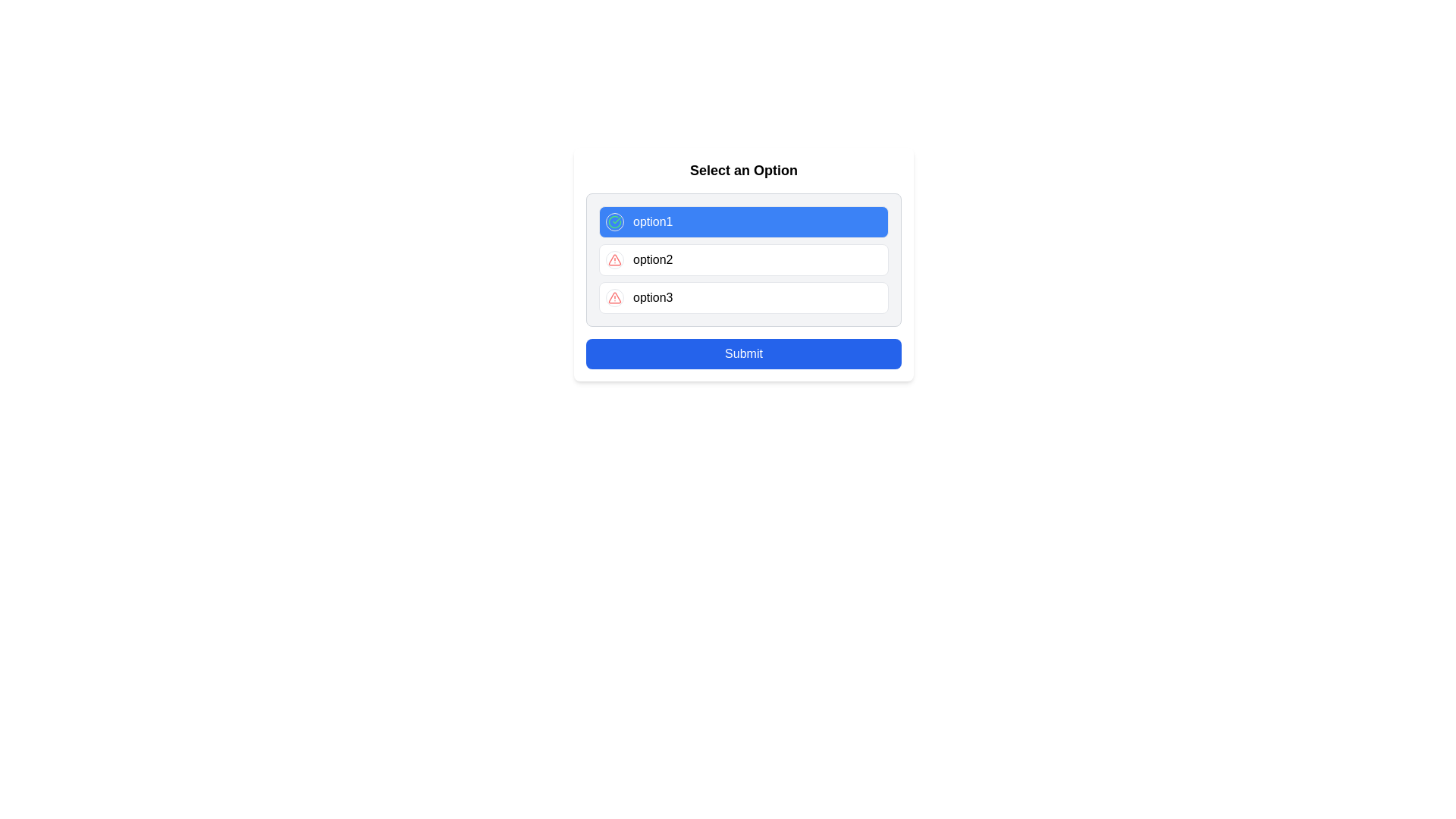  Describe the element at coordinates (743, 298) in the screenshot. I see `the 'option3' selectable option box with a warning icon and red border to select it` at that location.